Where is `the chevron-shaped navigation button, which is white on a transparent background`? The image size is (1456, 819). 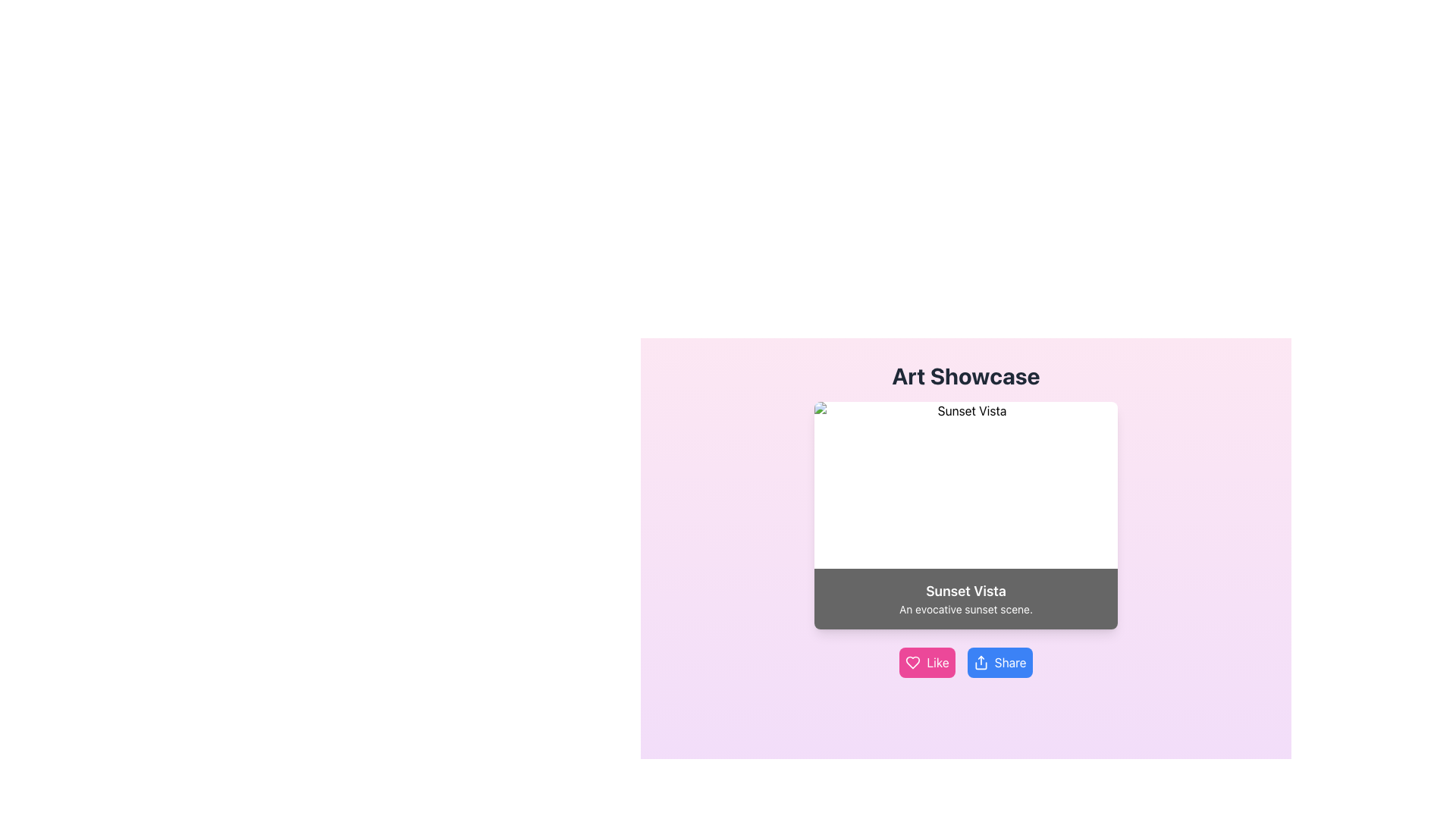
the chevron-shaped navigation button, which is white on a transparent background is located at coordinates (837, 514).